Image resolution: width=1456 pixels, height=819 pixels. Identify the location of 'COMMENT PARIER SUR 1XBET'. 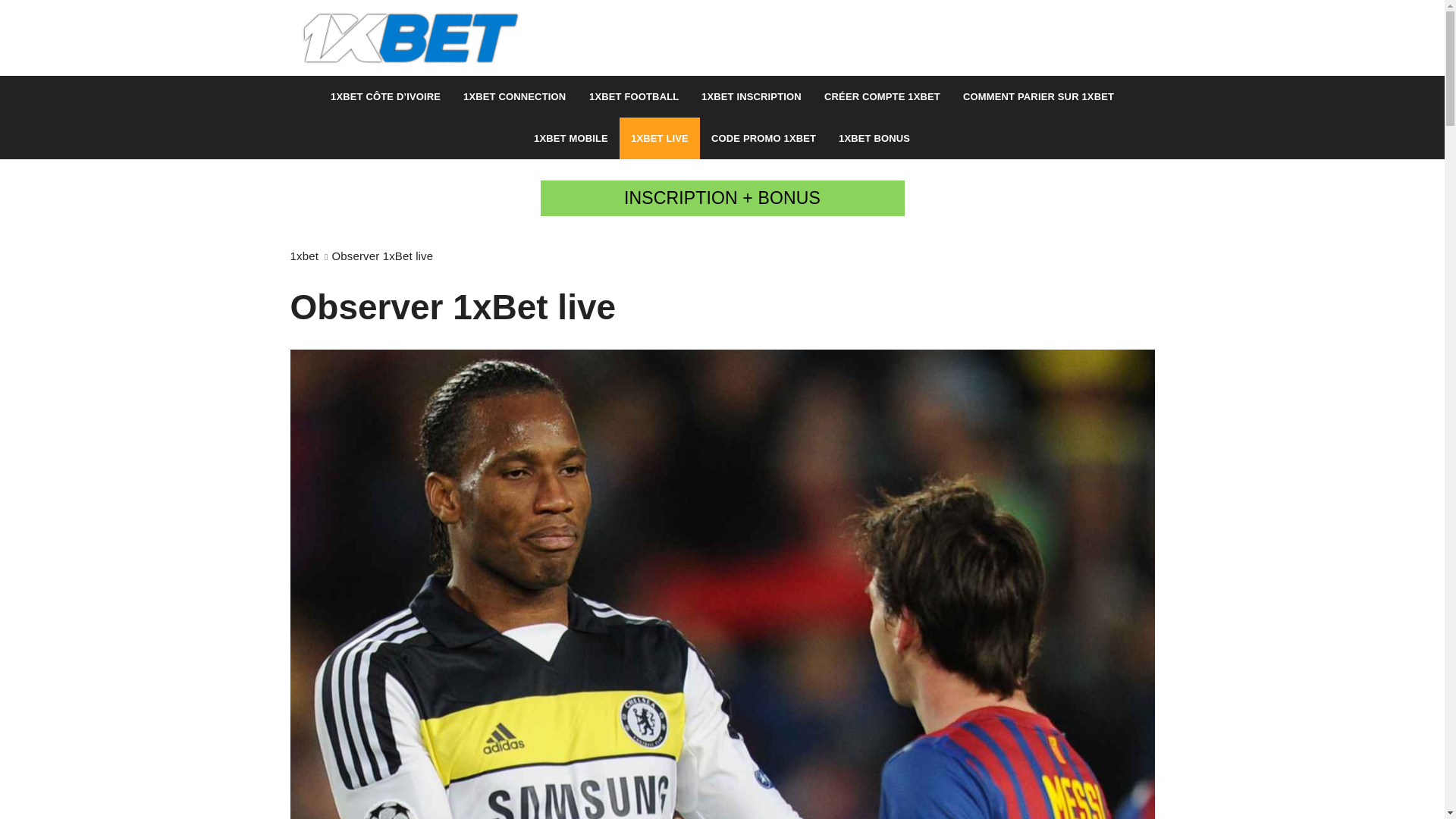
(1037, 96).